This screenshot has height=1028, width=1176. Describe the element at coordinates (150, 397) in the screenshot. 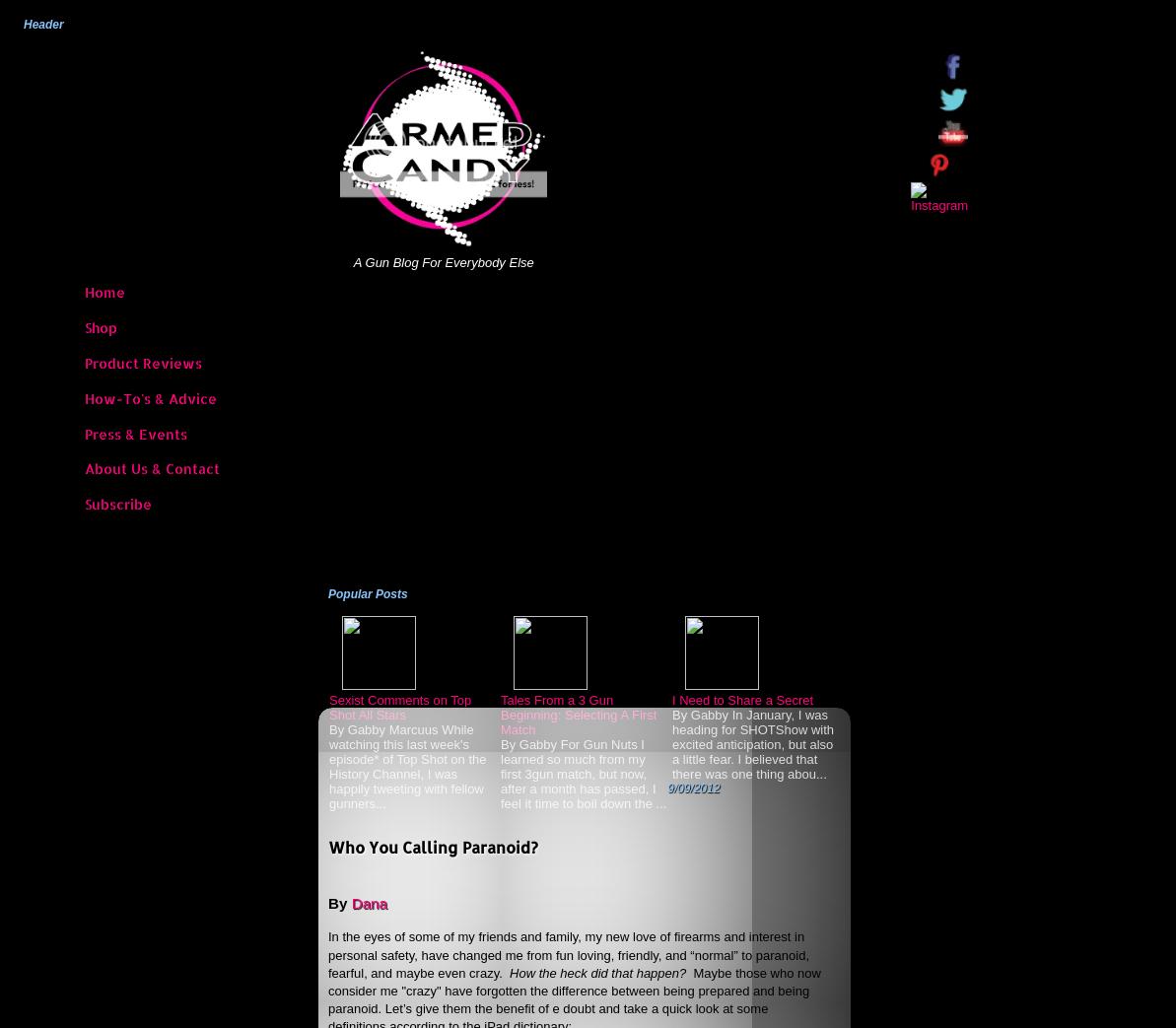

I see `'How-To's & Advice'` at that location.